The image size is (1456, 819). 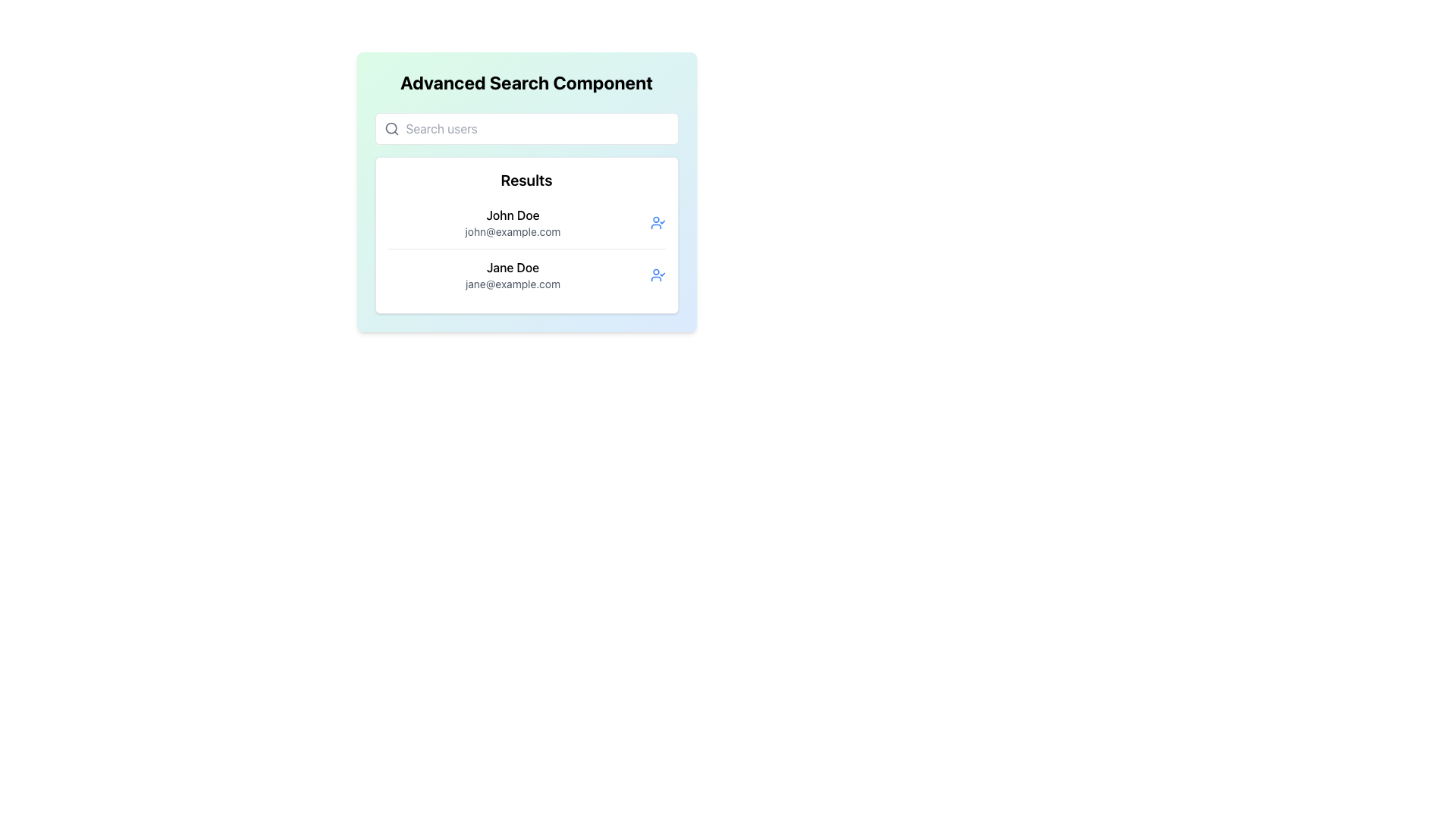 I want to click on the blue icon button resembling a user avatar with a checkmark, located to the right of 'John Doe' and 'john@example.com', so click(x=657, y=222).